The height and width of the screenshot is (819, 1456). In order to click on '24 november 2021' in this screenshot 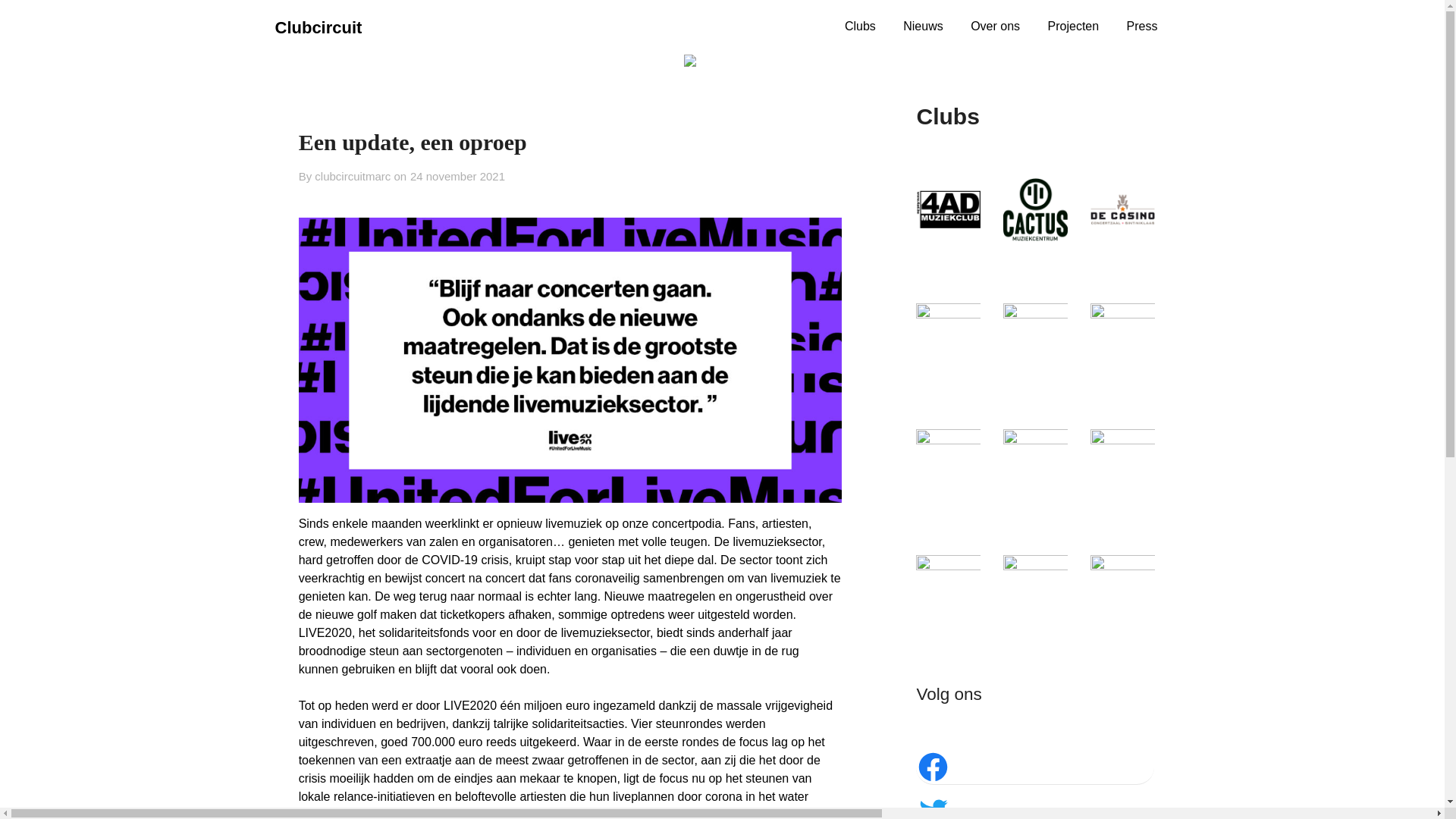, I will do `click(410, 175)`.